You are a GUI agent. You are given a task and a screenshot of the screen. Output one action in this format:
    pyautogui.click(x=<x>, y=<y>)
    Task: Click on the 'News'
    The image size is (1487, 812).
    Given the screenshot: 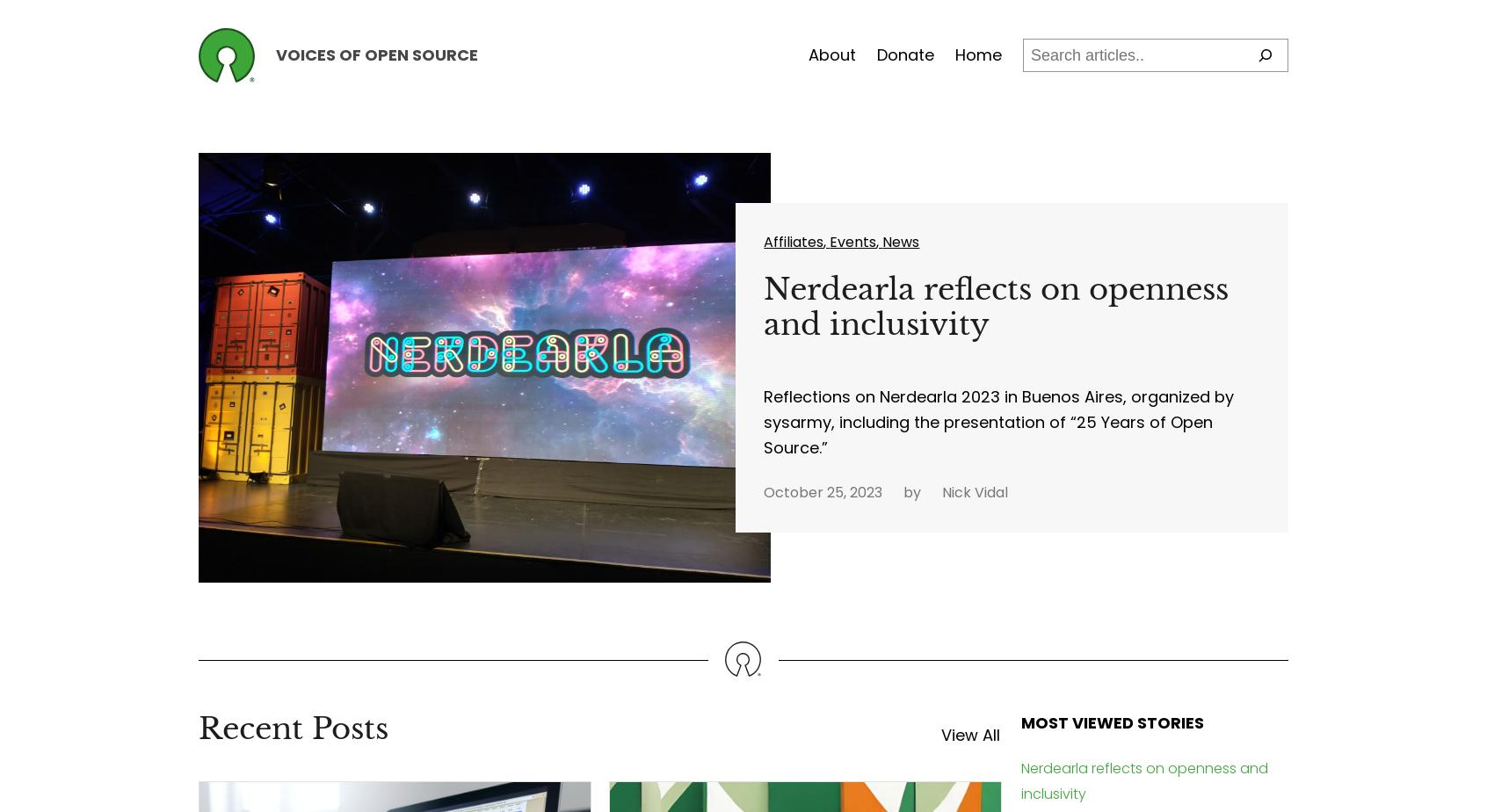 What is the action you would take?
    pyautogui.click(x=900, y=241)
    